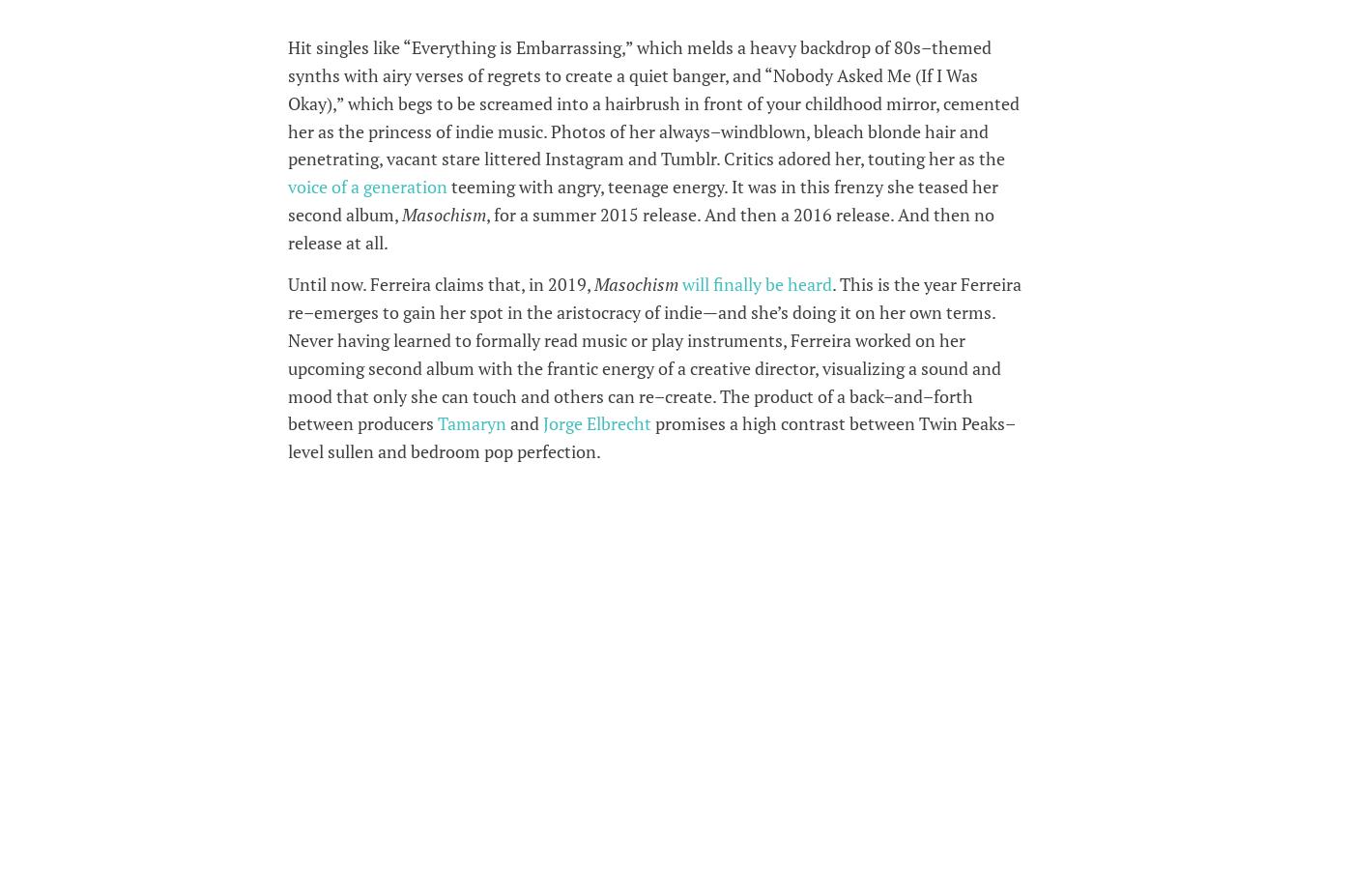 The image size is (1353, 896). Describe the element at coordinates (681, 284) in the screenshot. I see `'will finally be heard'` at that location.